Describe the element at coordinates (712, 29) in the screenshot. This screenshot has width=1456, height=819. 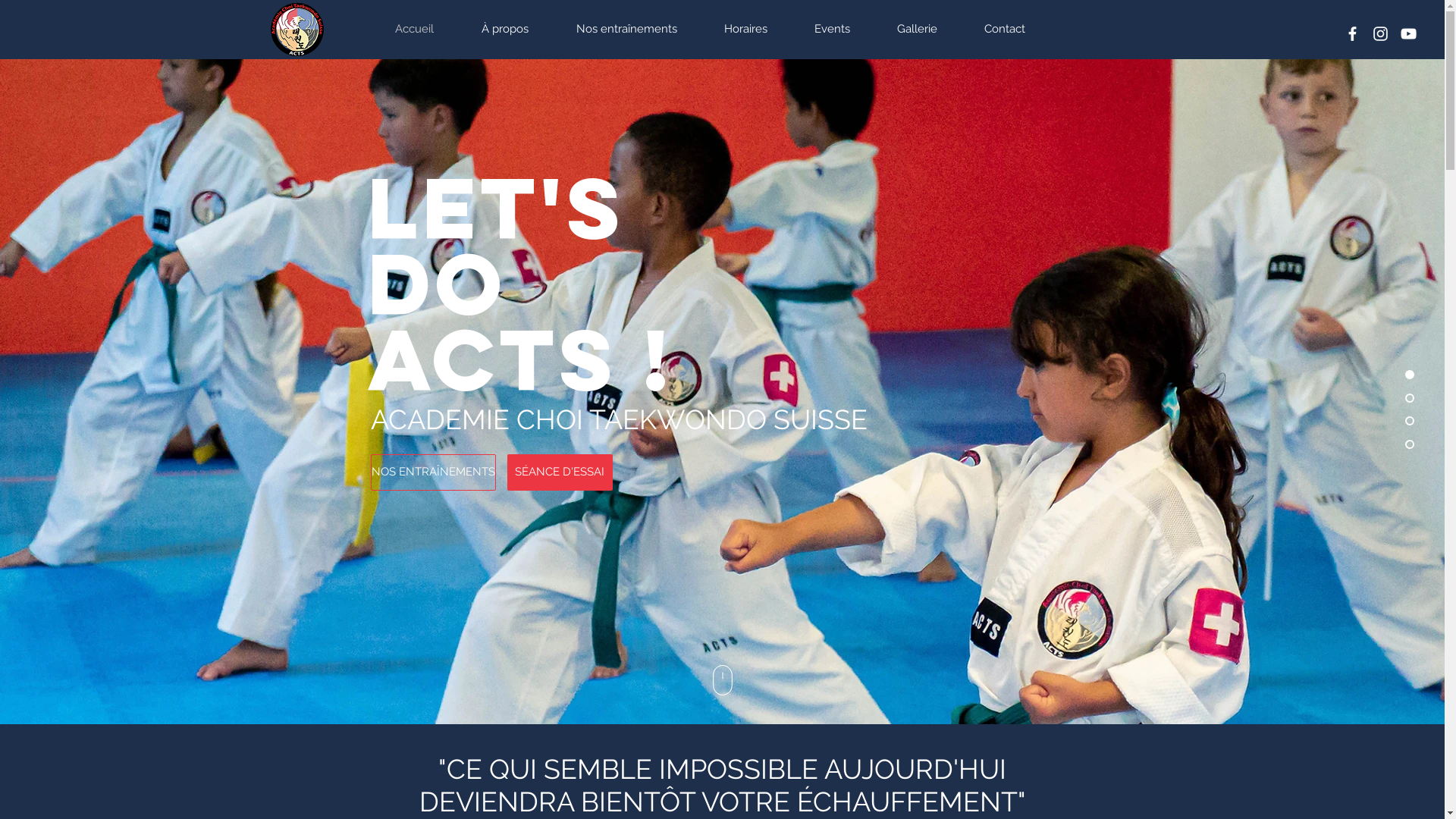
I see `'Horaires'` at that location.